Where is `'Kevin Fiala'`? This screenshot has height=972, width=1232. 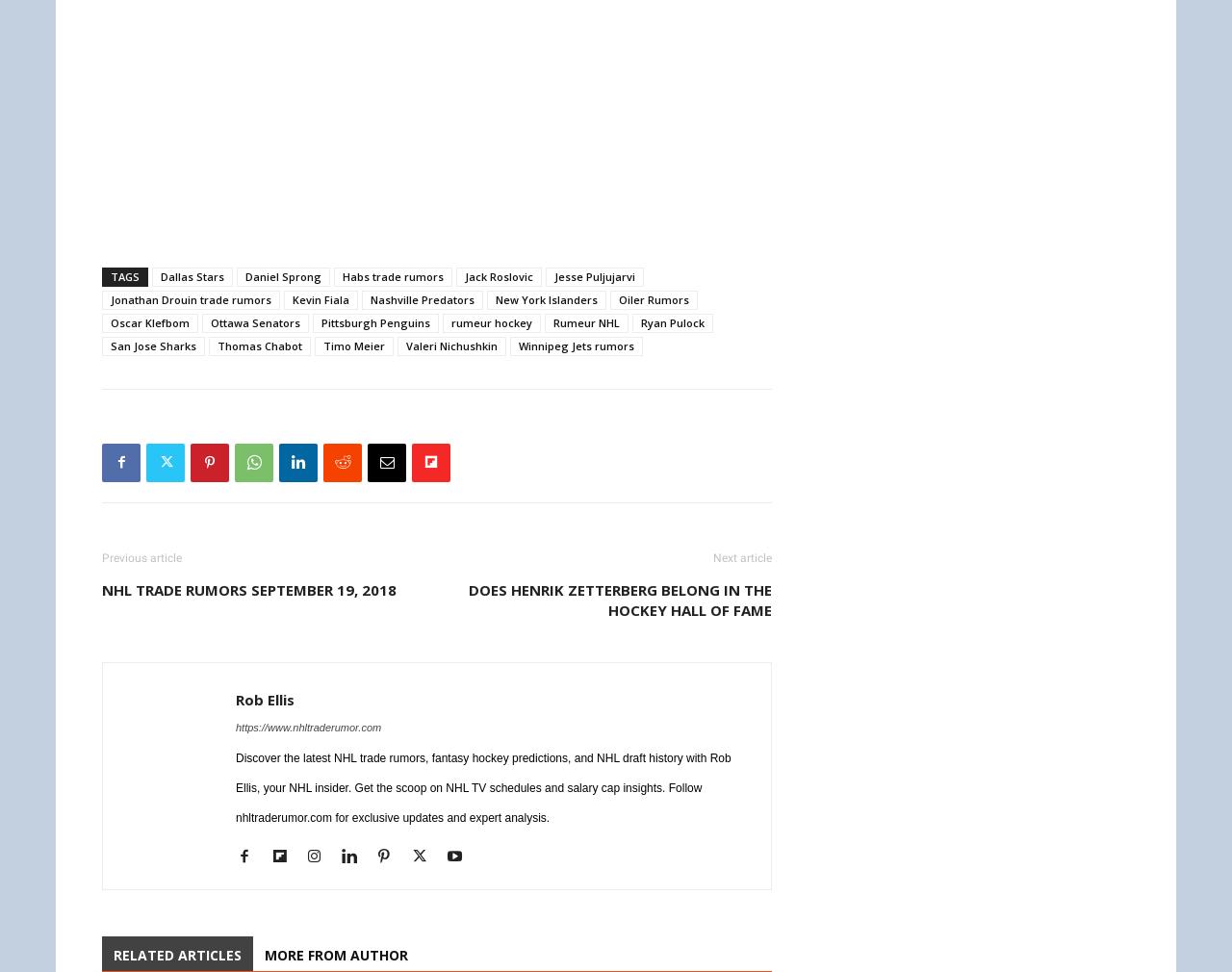 'Kevin Fiala' is located at coordinates (321, 298).